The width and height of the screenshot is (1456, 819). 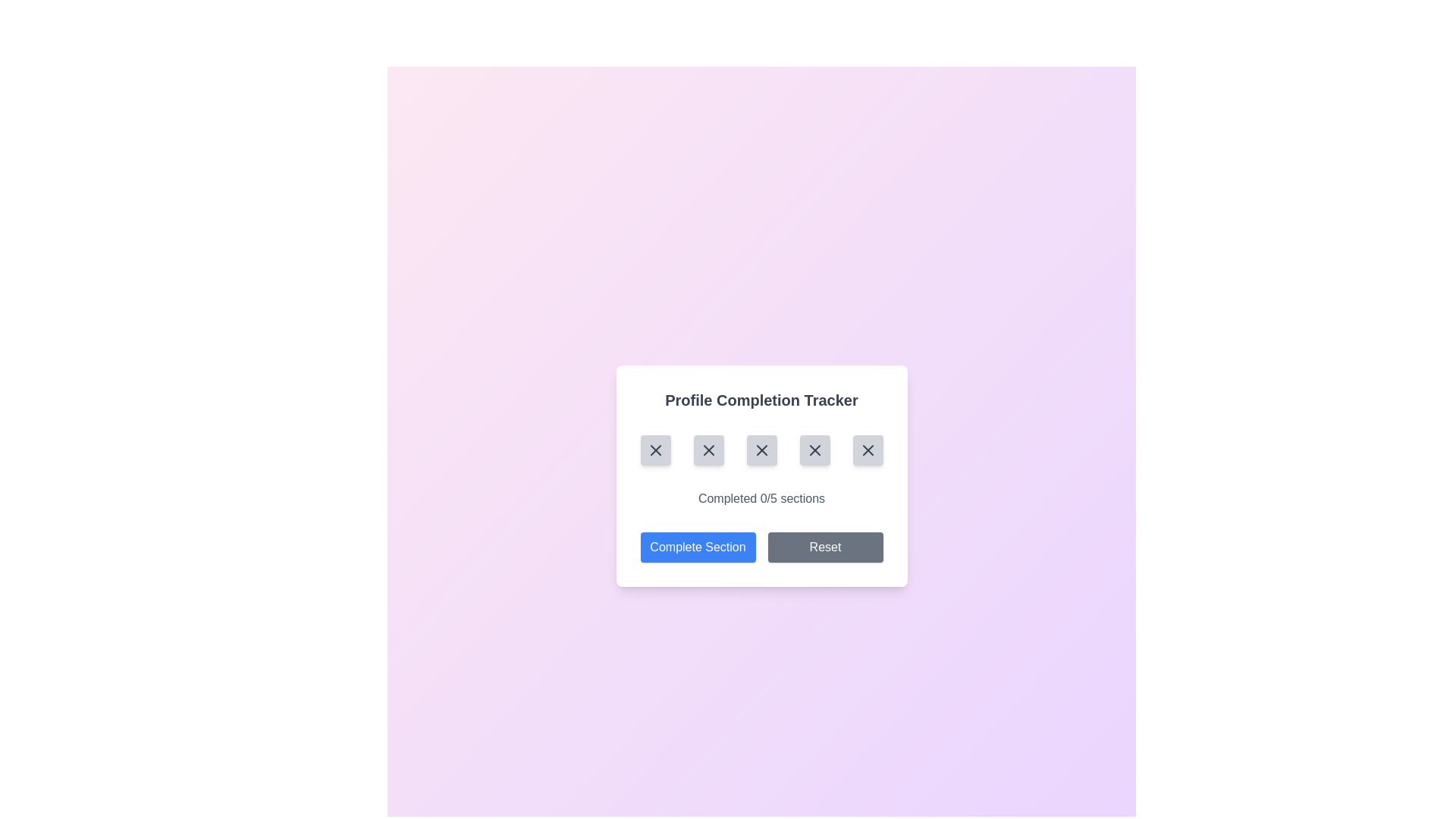 What do you see at coordinates (814, 450) in the screenshot?
I see `the fourth button in the 'Profile Completion Tracker' modal to interact with it and mark it as complete` at bounding box center [814, 450].